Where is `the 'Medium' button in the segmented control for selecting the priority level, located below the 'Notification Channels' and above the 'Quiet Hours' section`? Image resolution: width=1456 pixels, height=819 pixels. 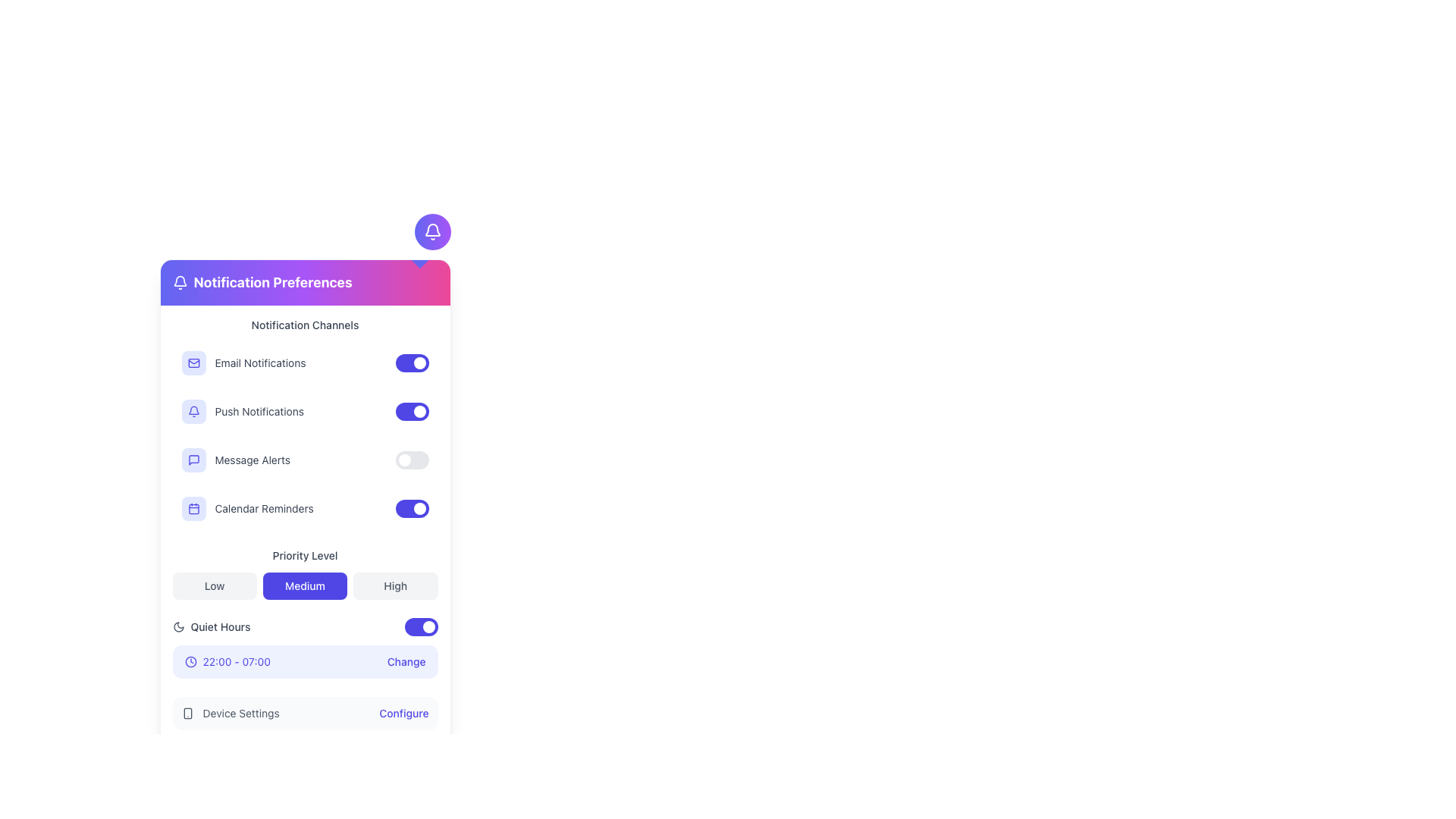 the 'Medium' button in the segmented control for selecting the priority level, located below the 'Notification Channels' and above the 'Quiet Hours' section is located at coordinates (304, 573).